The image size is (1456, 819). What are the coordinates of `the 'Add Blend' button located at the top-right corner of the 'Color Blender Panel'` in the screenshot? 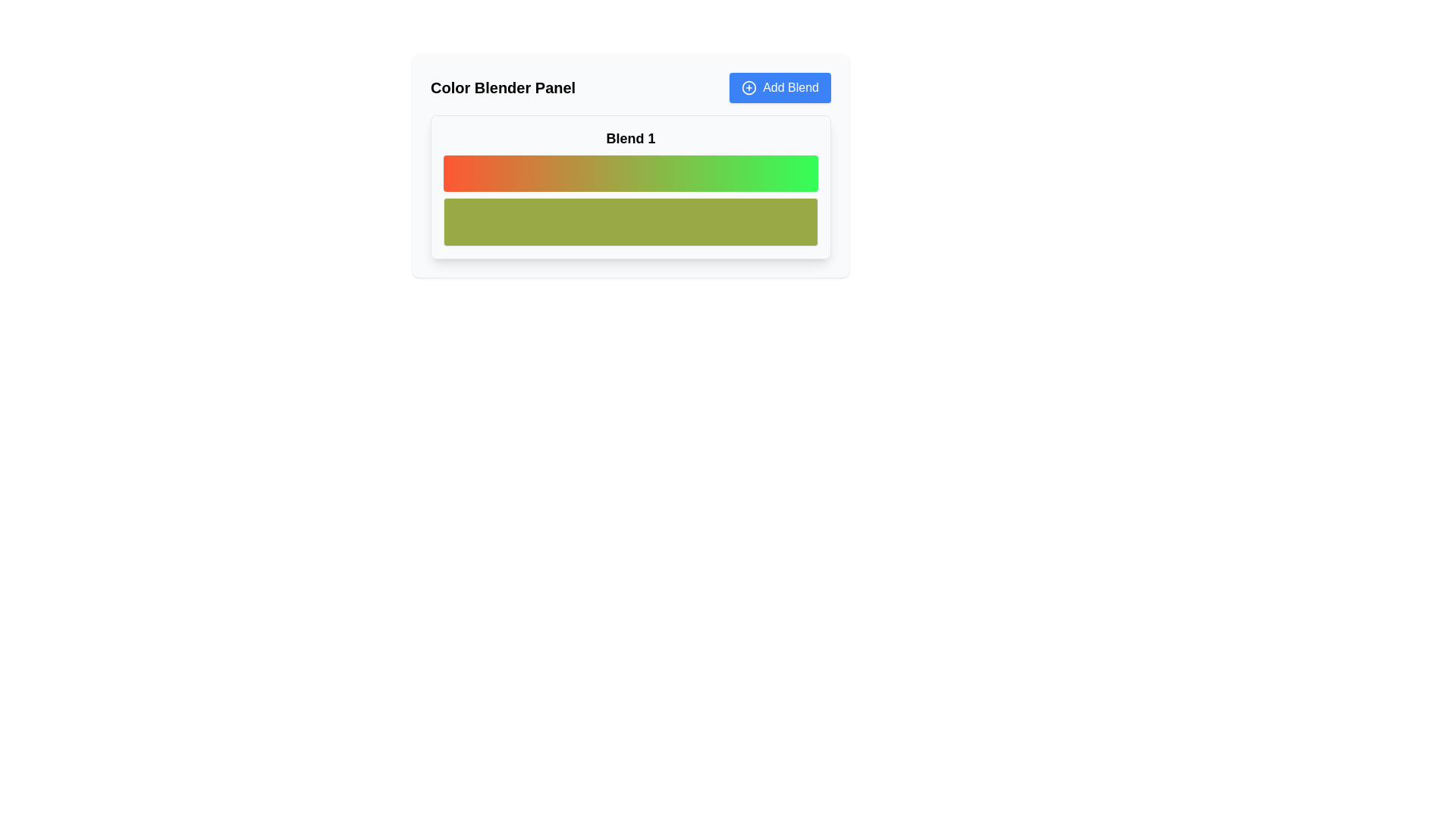 It's located at (780, 87).